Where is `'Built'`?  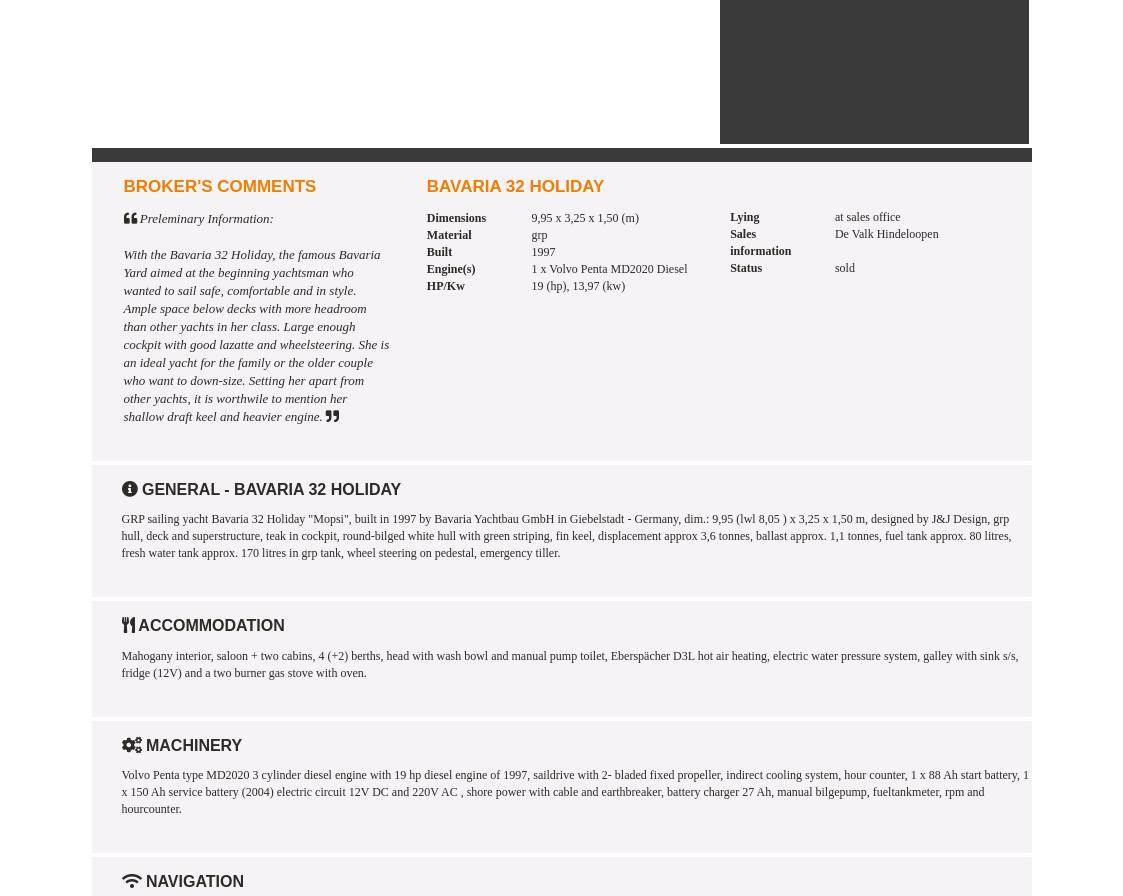
'Built' is located at coordinates (437, 250).